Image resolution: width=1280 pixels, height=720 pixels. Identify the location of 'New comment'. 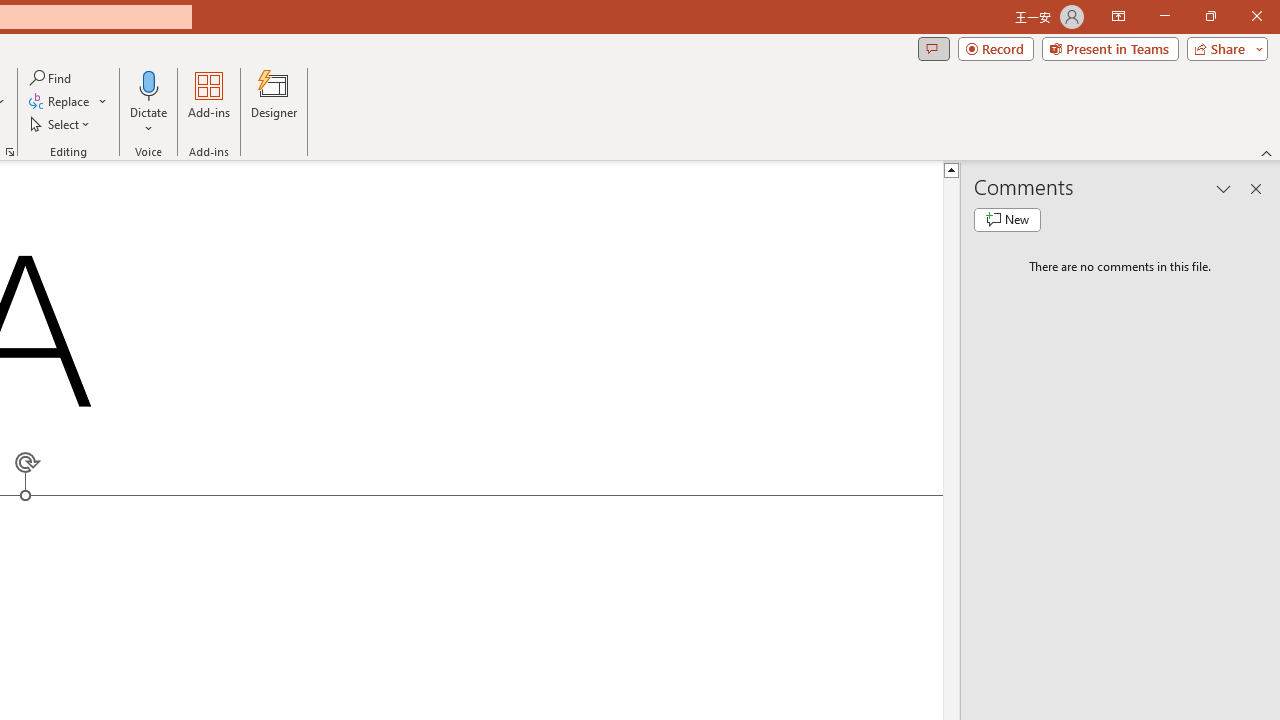
(1007, 219).